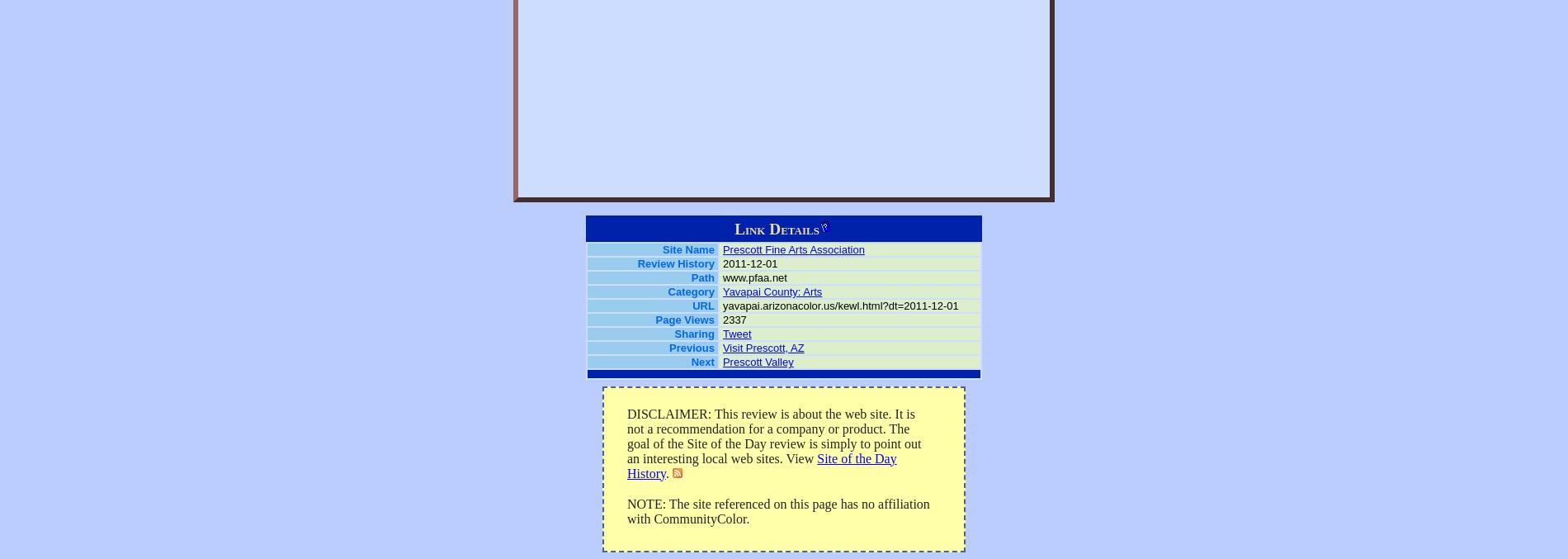 The image size is (1568, 559). I want to click on 'URL', so click(701, 306).